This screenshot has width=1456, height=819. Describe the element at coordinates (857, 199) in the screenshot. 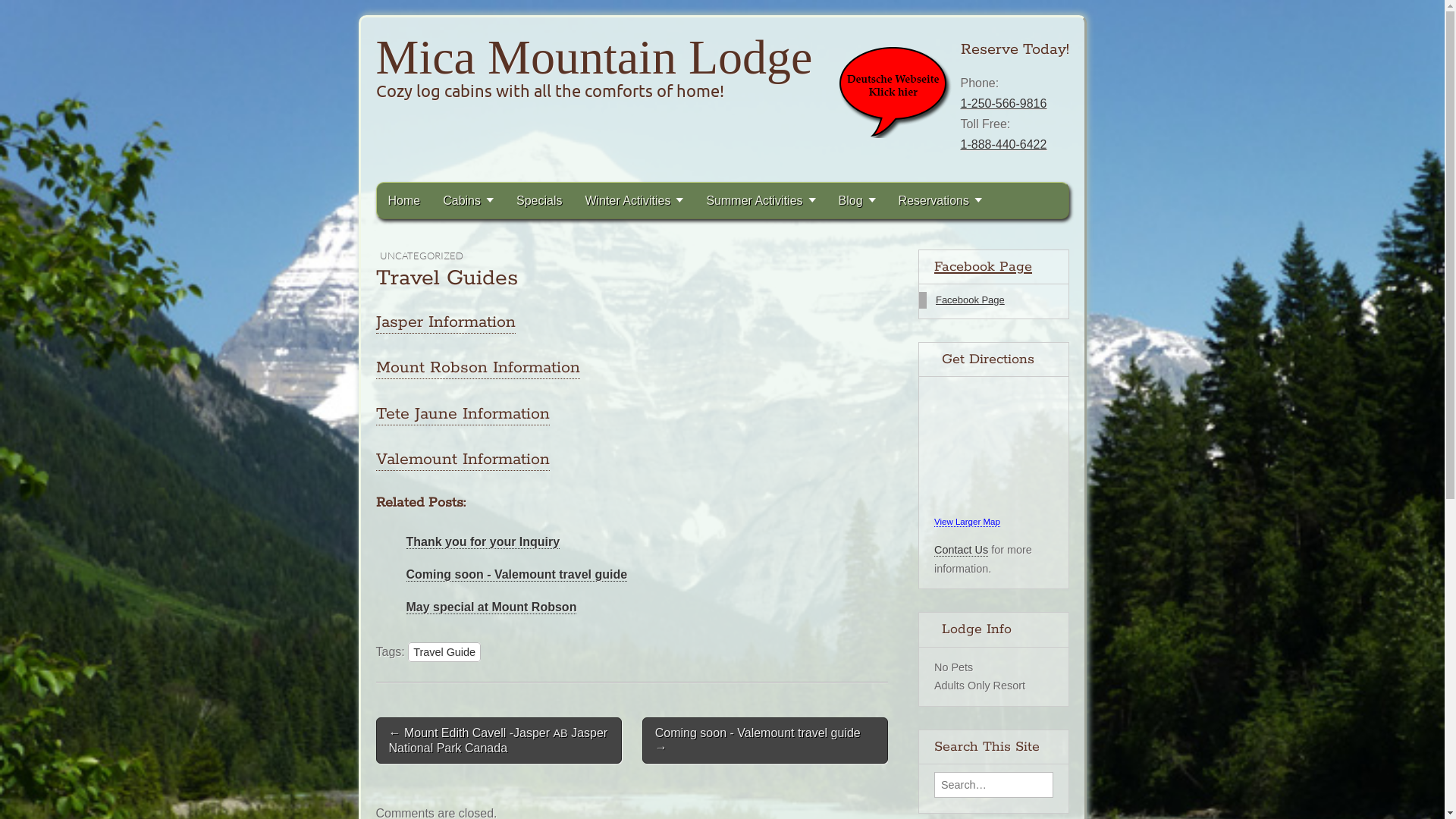

I see `'Blog'` at that location.